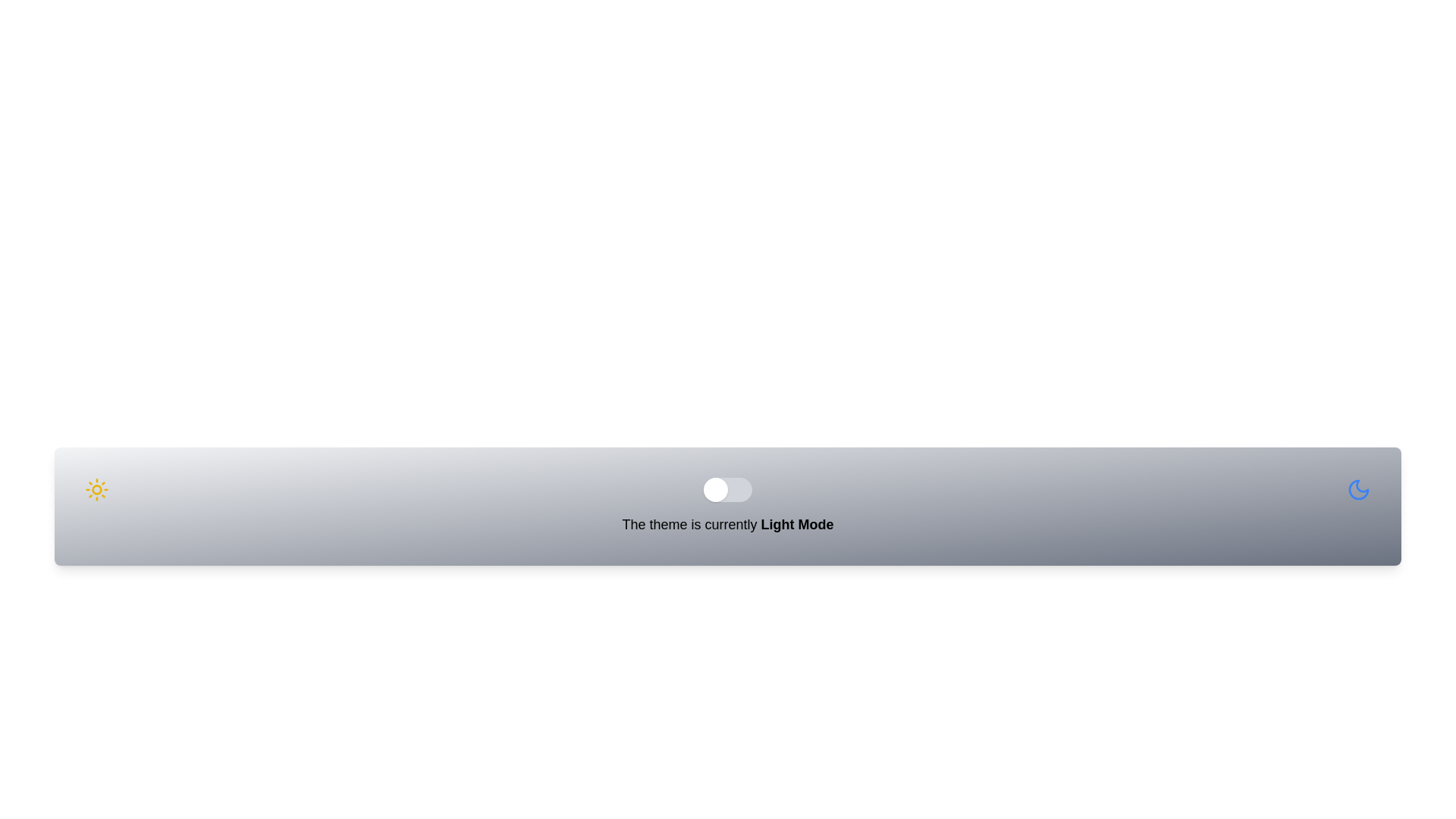  Describe the element at coordinates (96, 489) in the screenshot. I see `the Sun icon to interact with it` at that location.